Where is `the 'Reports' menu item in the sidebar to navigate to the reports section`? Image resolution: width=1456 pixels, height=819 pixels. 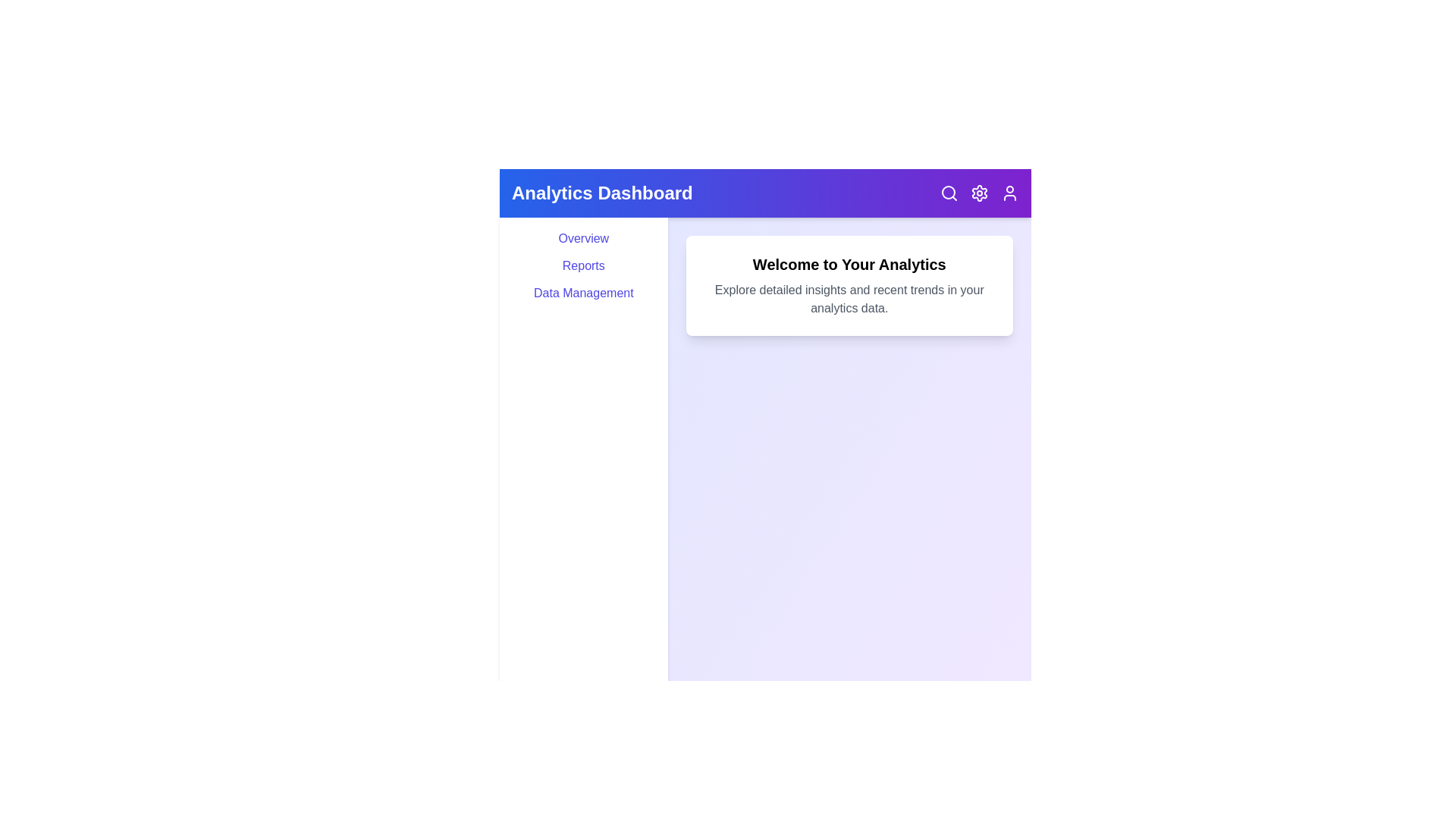 the 'Reports' menu item in the sidebar to navigate to the reports section is located at coordinates (582, 265).